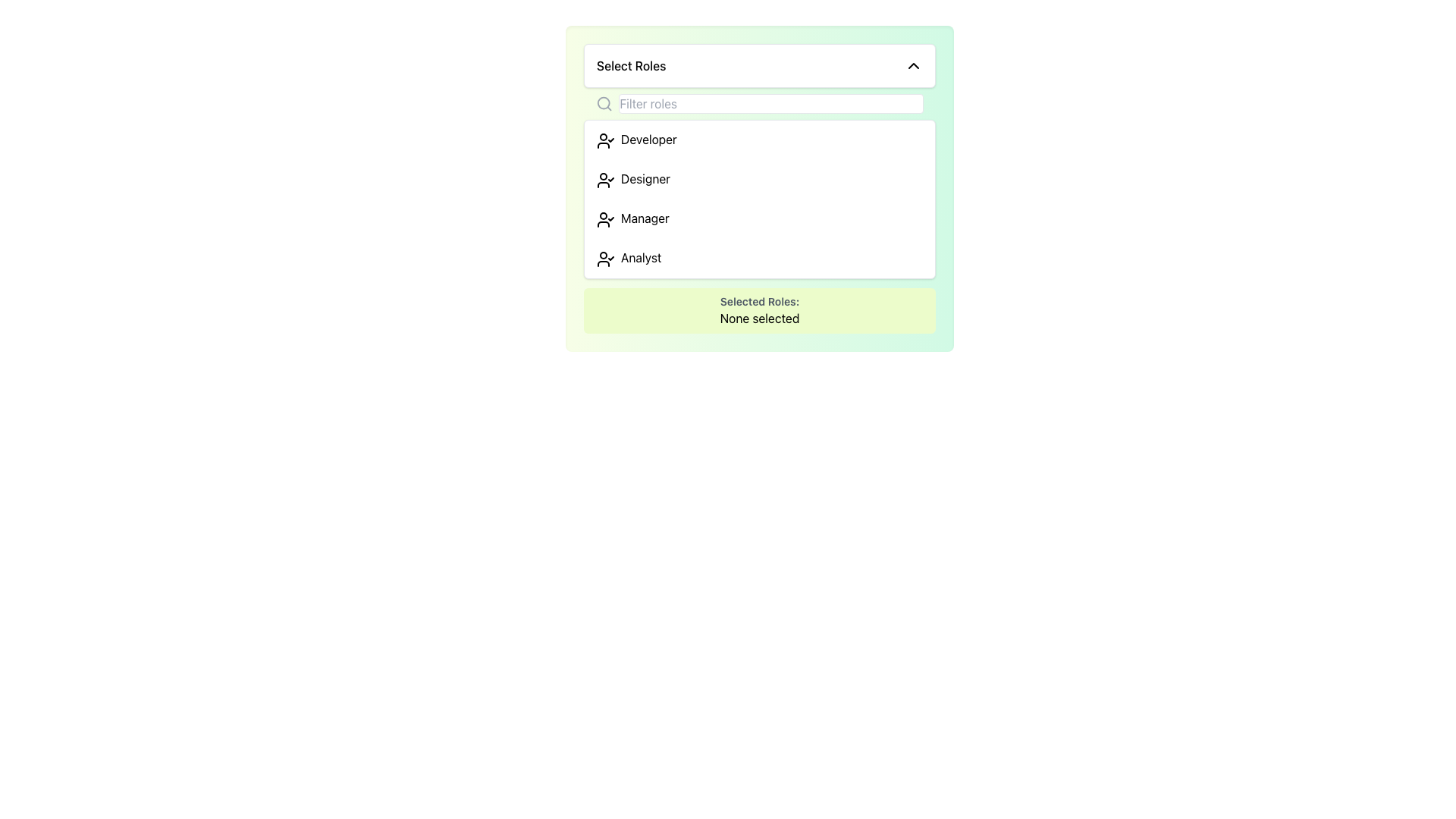  I want to click on the 'Add' button, a small rectangular button with rounded corners, located to the right of the 'Manager' list item, so click(904, 219).